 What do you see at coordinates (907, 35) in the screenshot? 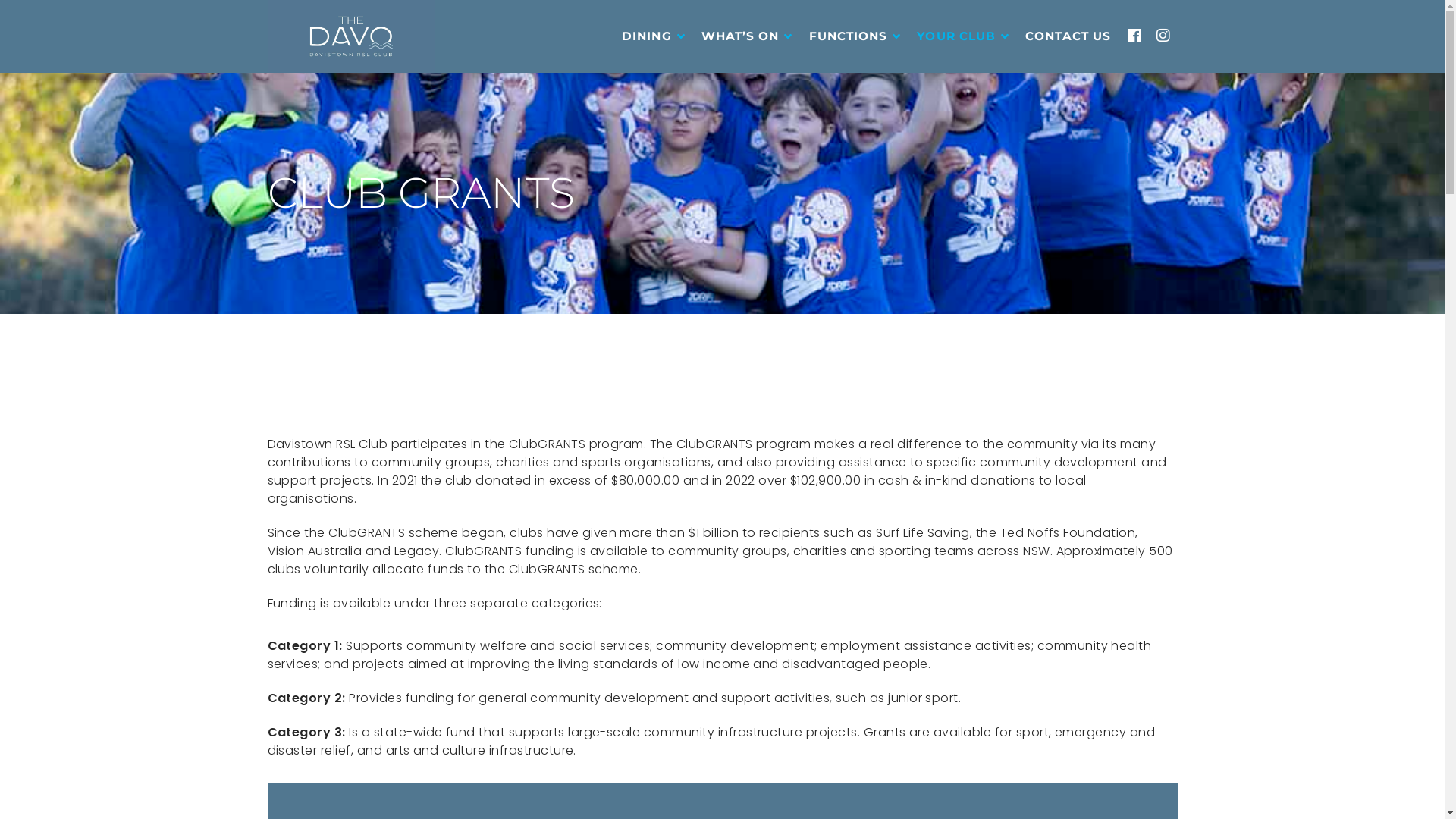
I see `'YOUR CLUB'` at bounding box center [907, 35].